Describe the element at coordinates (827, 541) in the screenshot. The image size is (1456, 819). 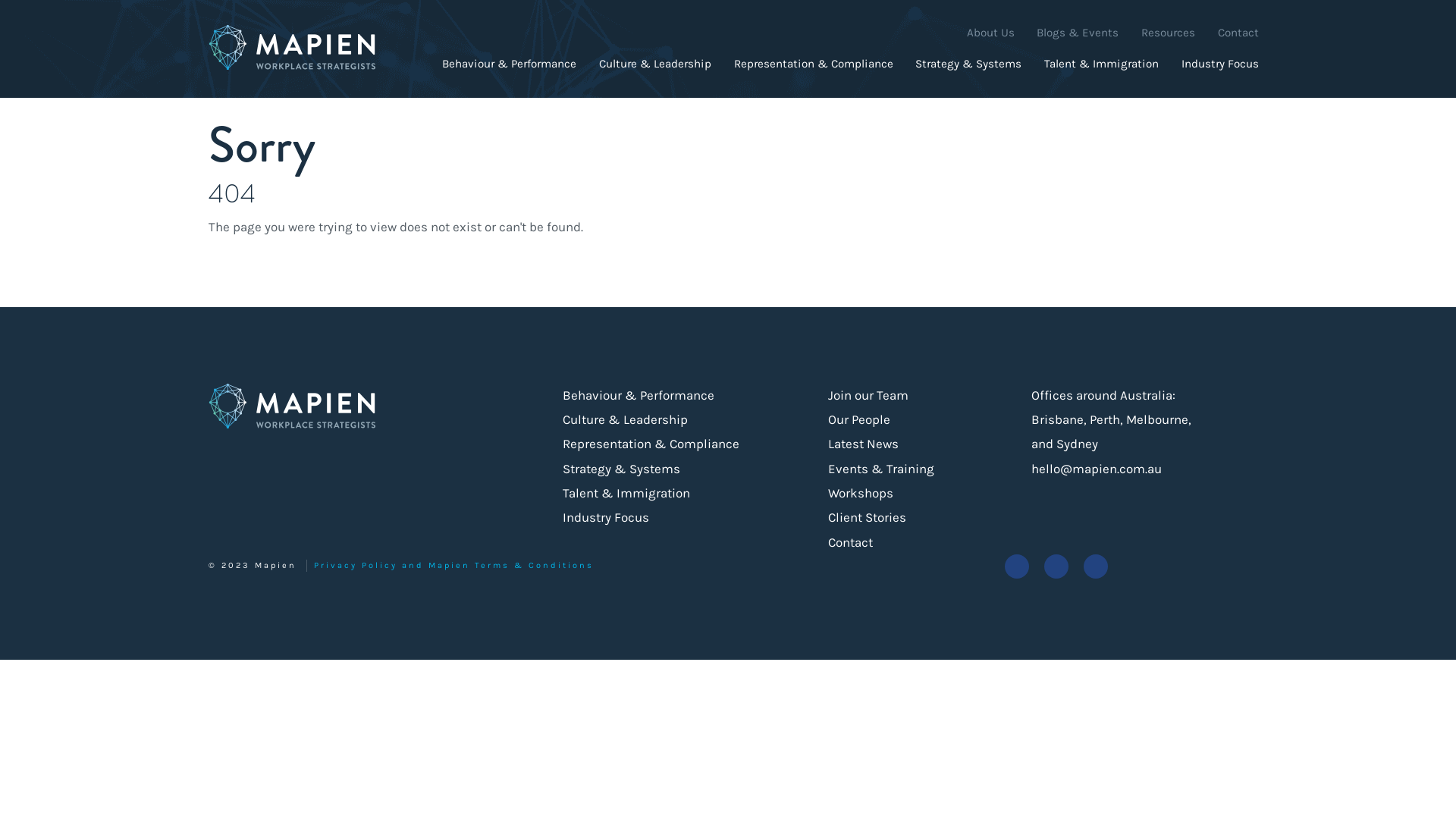
I see `'Contact'` at that location.